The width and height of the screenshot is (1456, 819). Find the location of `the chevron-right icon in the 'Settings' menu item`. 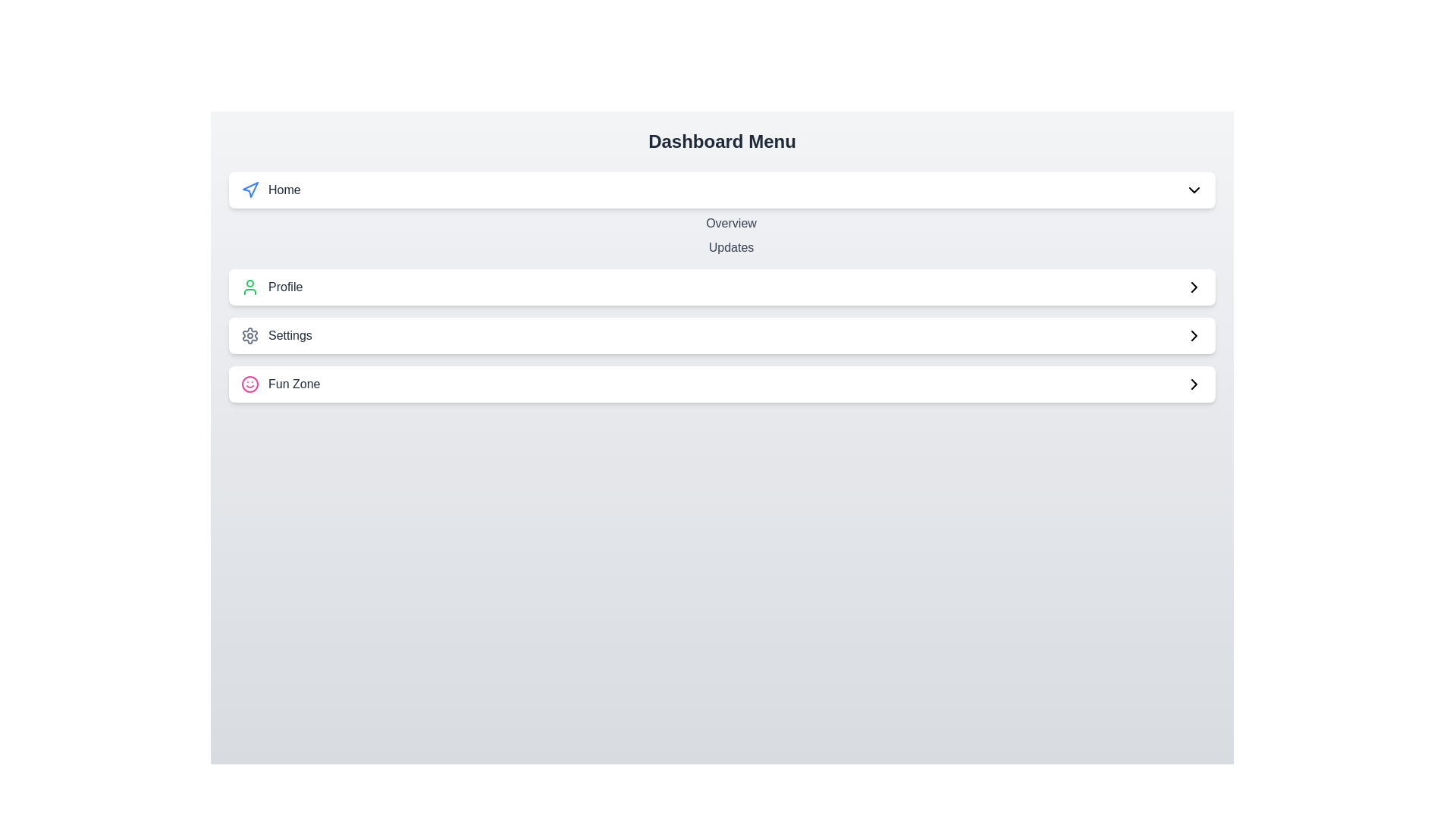

the chevron-right icon in the 'Settings' menu item is located at coordinates (1193, 335).